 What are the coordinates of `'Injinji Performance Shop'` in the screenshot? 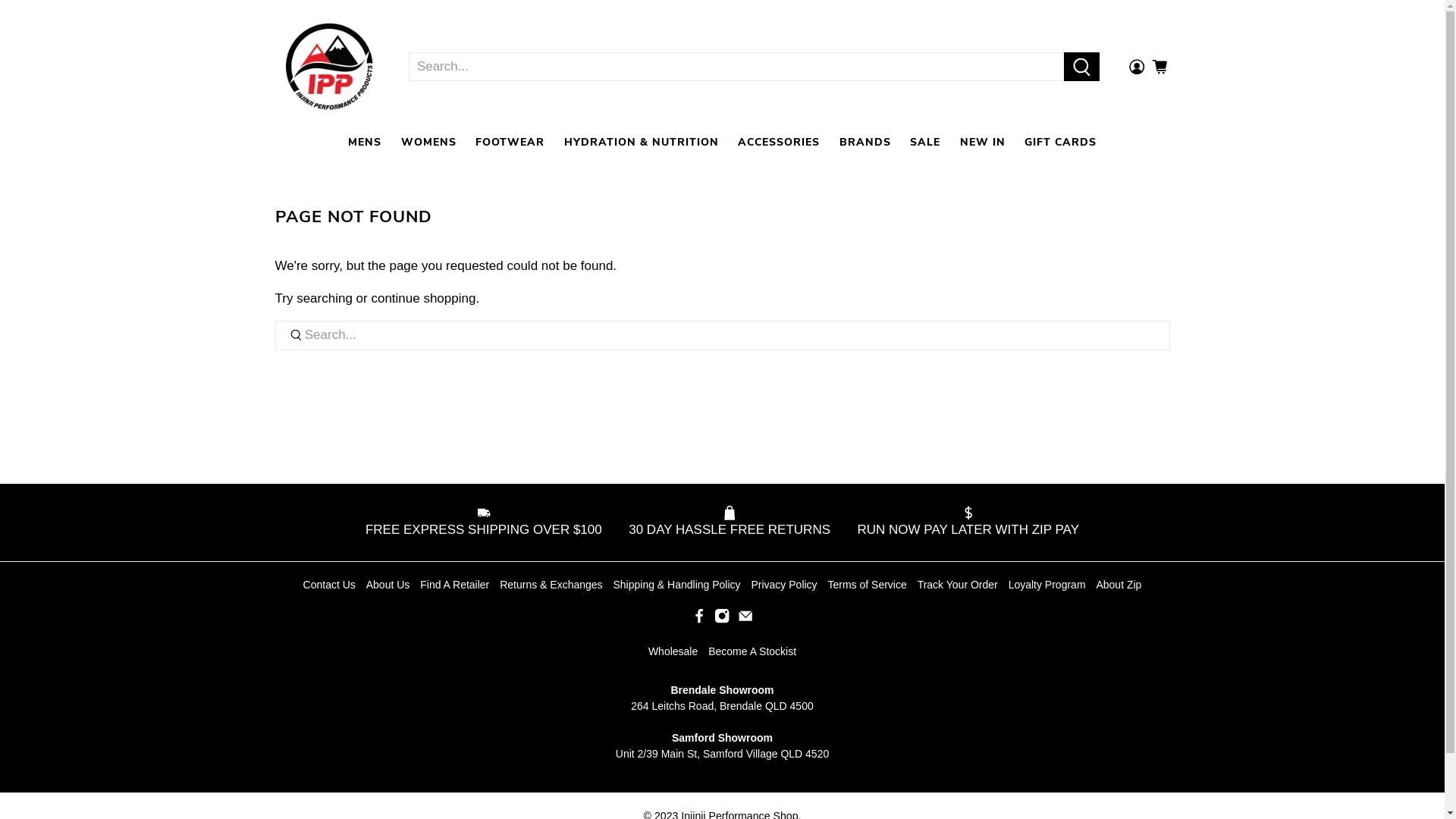 It's located at (276, 66).